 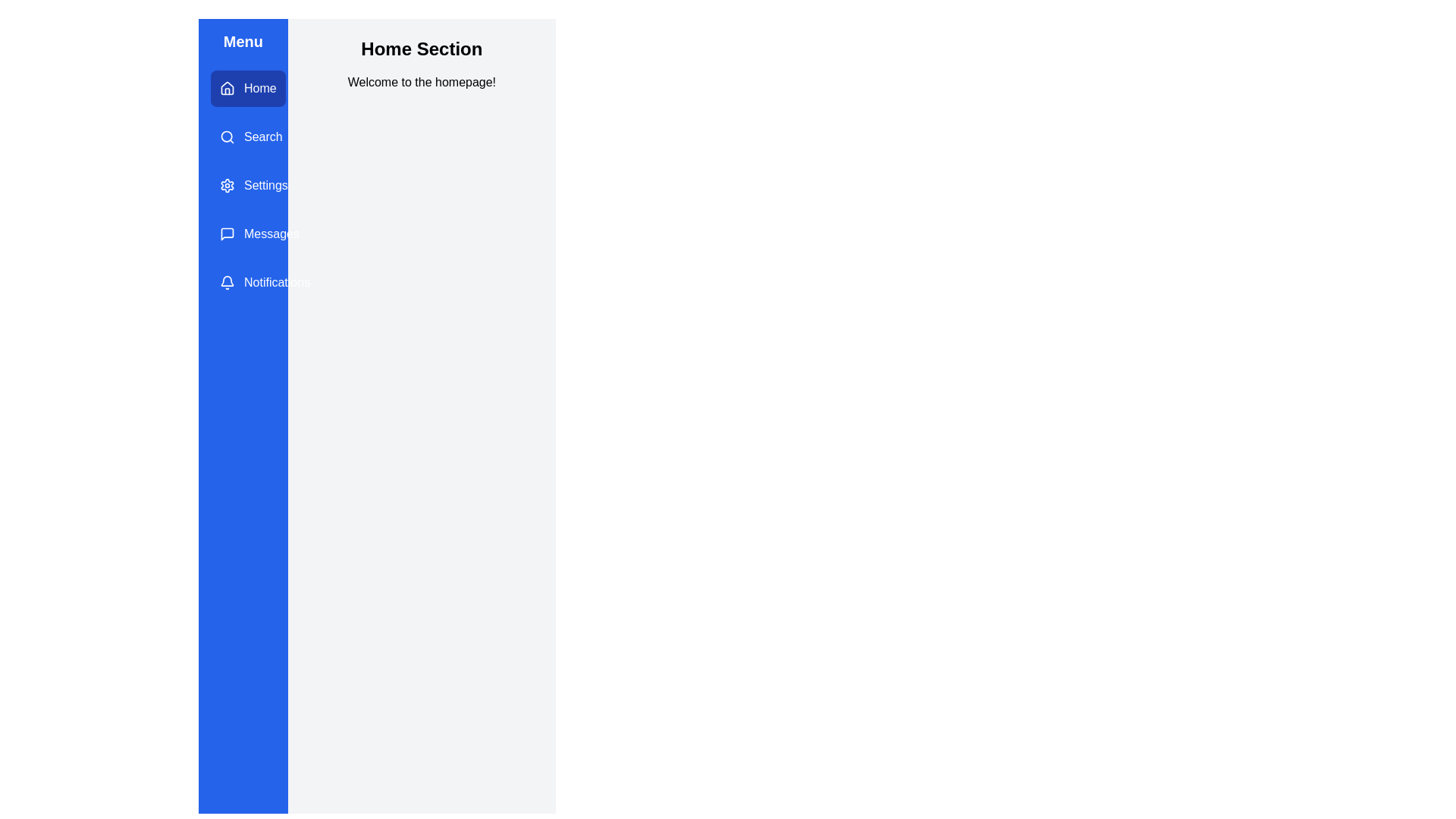 I want to click on the 'Messages' navigation button, so click(x=226, y=234).